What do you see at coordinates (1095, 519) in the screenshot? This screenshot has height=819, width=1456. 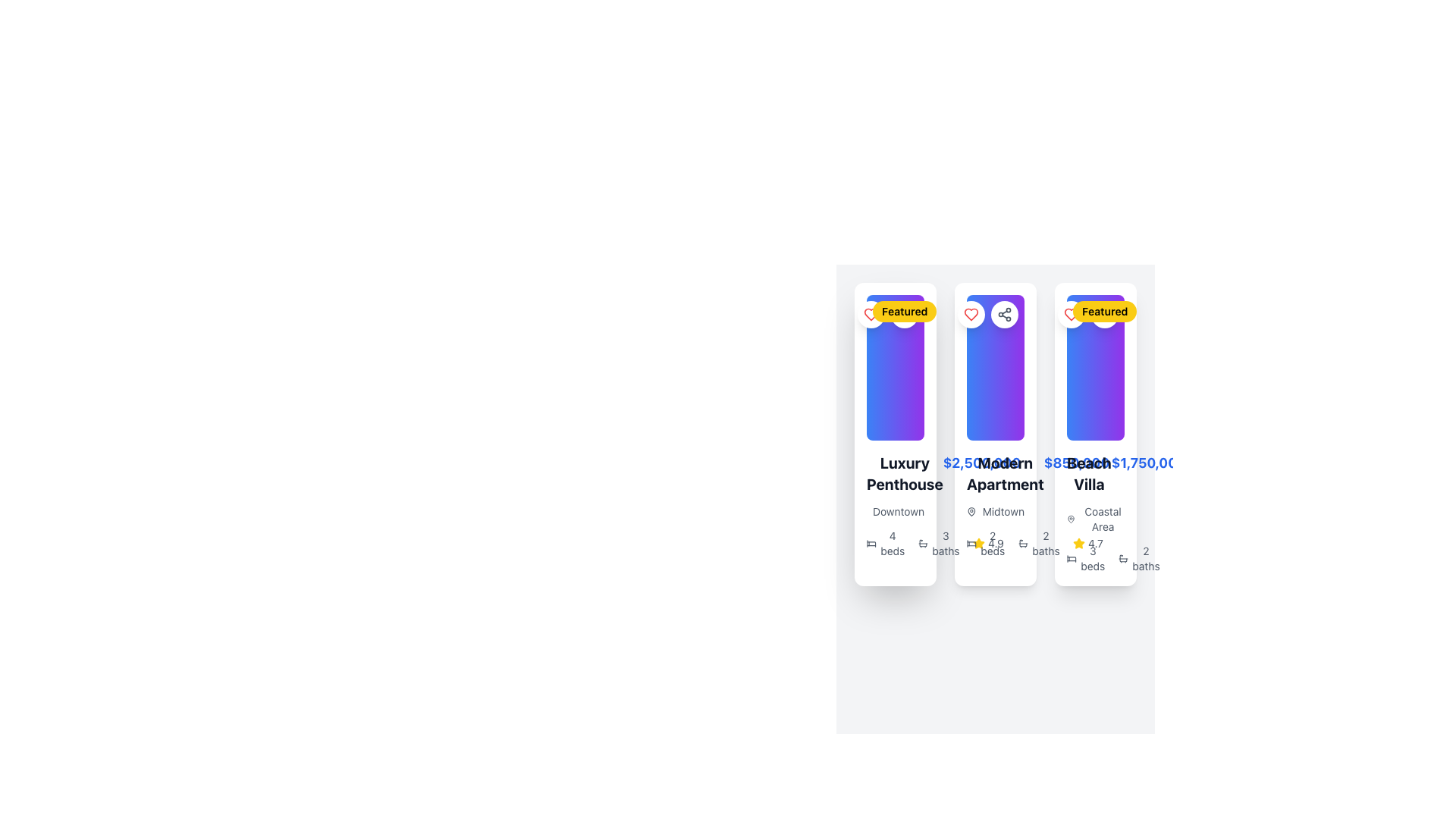 I see `the Text label with an icon that provides location information for the property listing, situated below 'Beach Villa' and '$1,750,000', and above the details about beds and baths` at bounding box center [1095, 519].